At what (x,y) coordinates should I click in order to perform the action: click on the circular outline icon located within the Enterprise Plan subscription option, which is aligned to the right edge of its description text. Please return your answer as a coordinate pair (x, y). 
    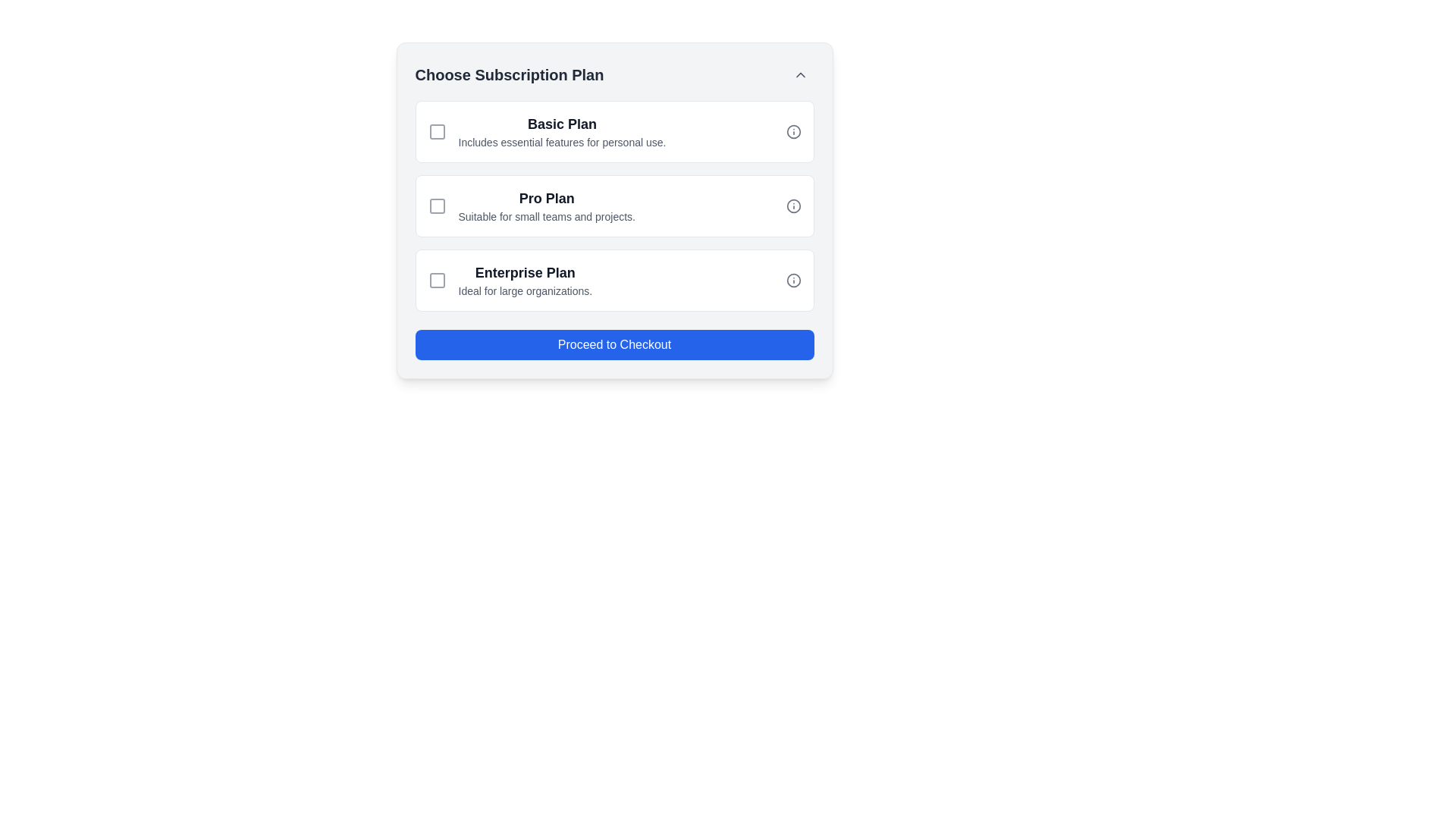
    Looking at the image, I should click on (792, 281).